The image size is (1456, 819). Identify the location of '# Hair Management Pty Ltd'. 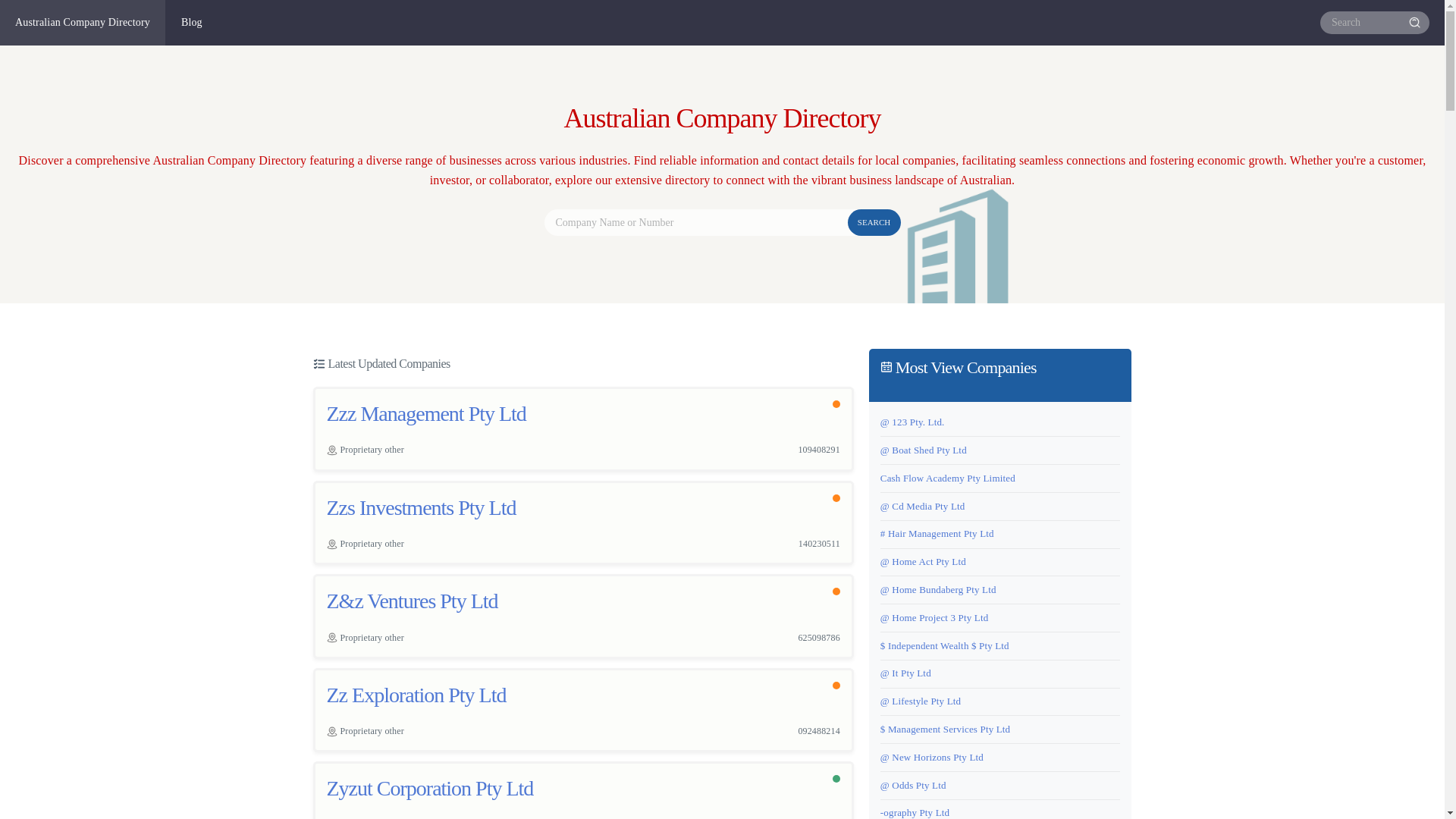
(880, 532).